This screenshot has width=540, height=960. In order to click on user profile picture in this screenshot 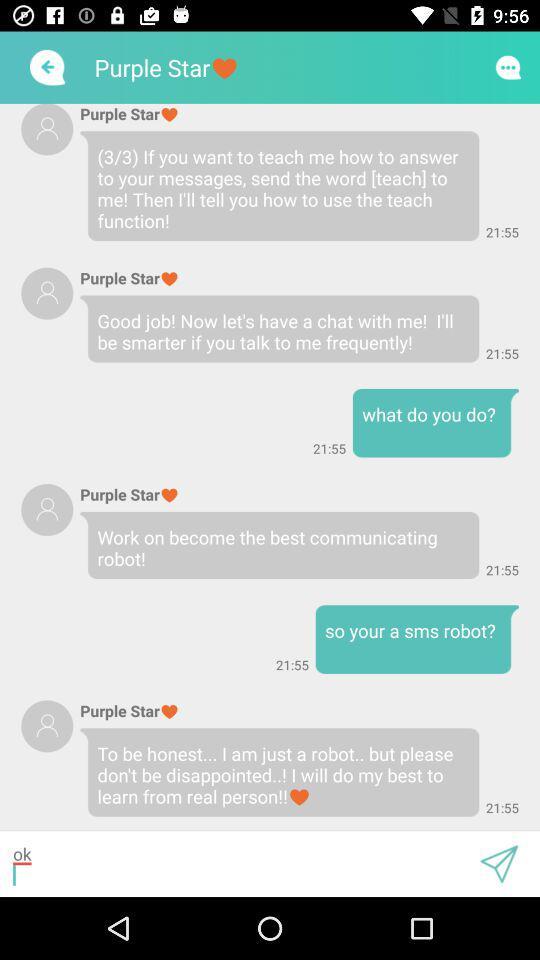, I will do `click(47, 292)`.